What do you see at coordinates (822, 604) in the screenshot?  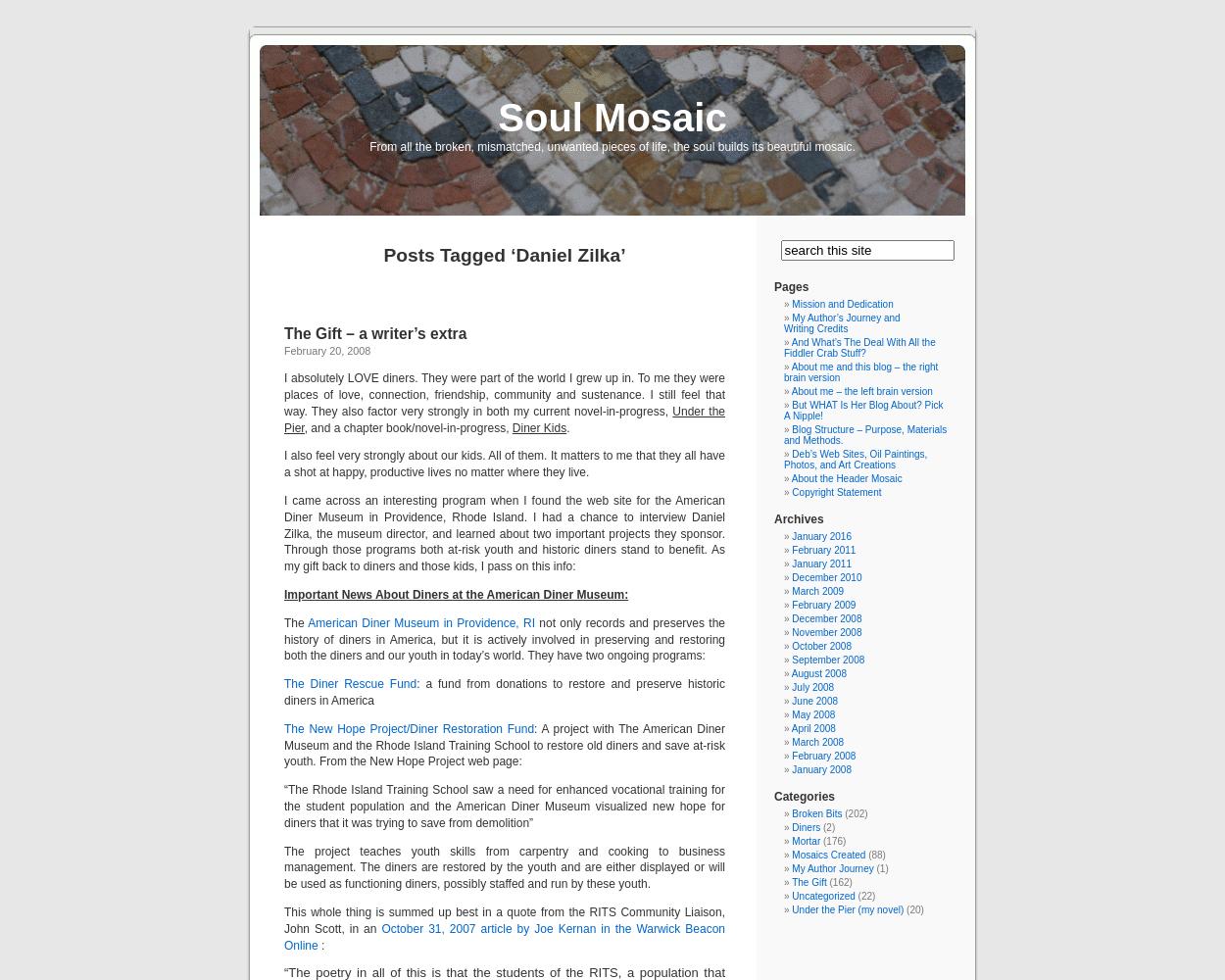 I see `'February 2009'` at bounding box center [822, 604].